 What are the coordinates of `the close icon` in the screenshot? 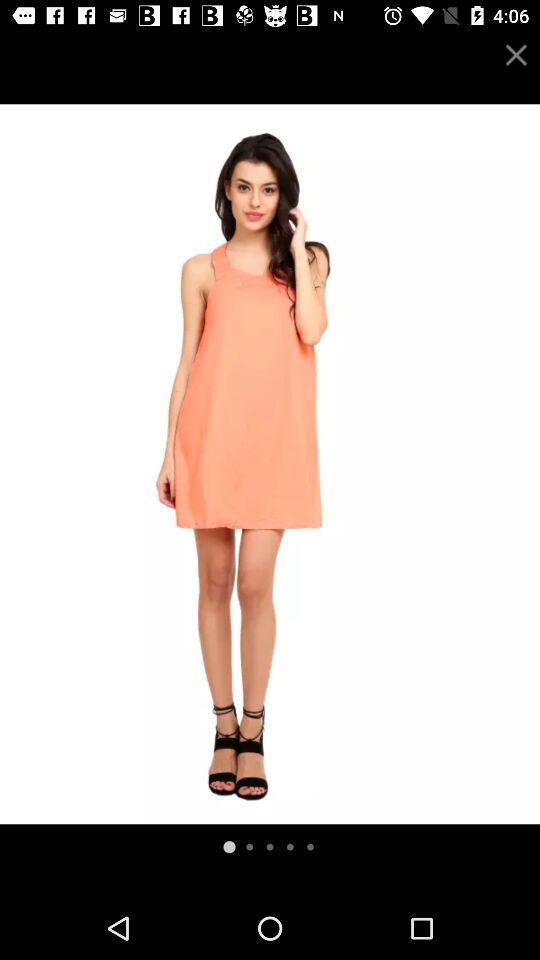 It's located at (516, 54).